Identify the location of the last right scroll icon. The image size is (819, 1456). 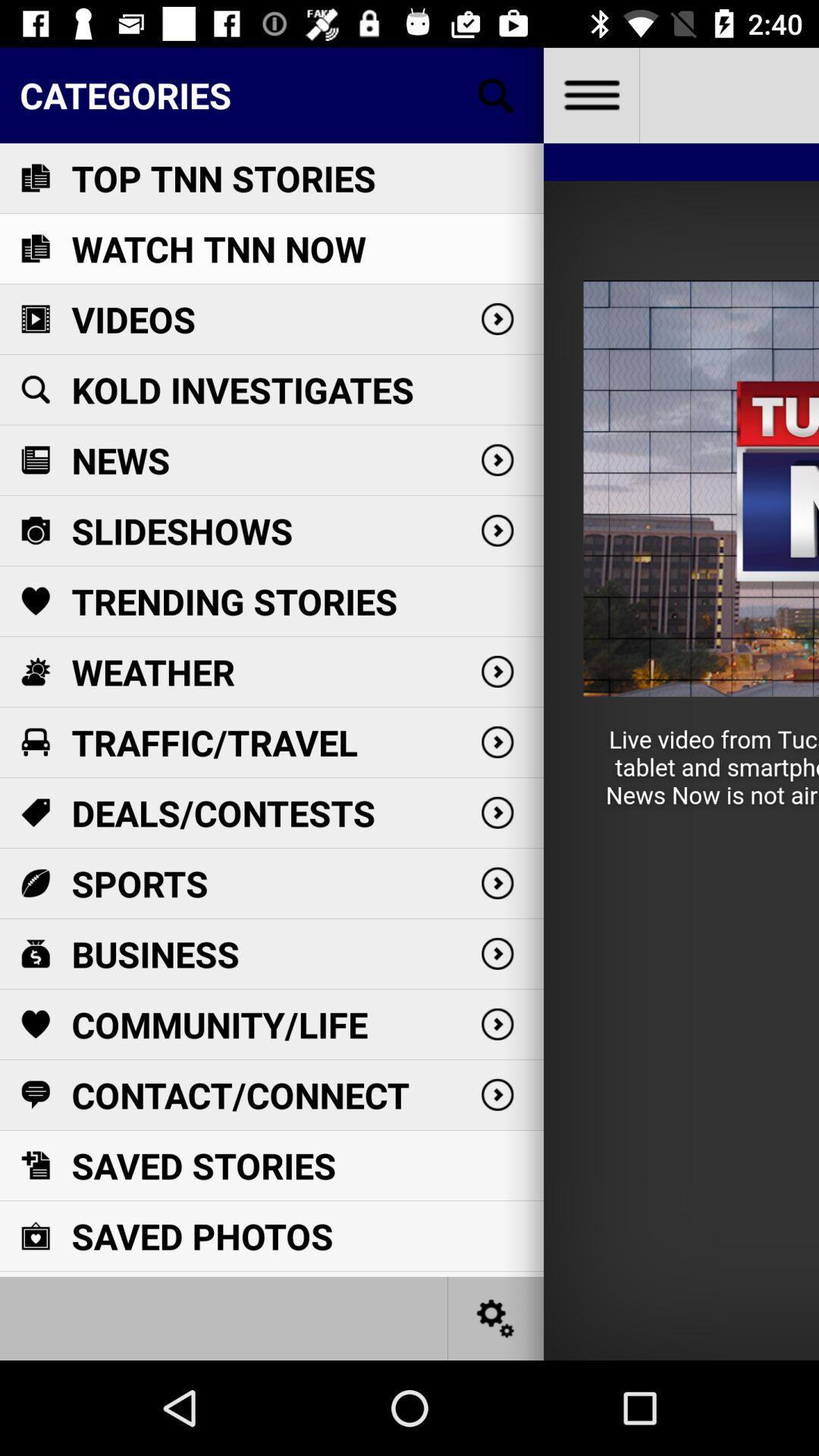
(497, 1095).